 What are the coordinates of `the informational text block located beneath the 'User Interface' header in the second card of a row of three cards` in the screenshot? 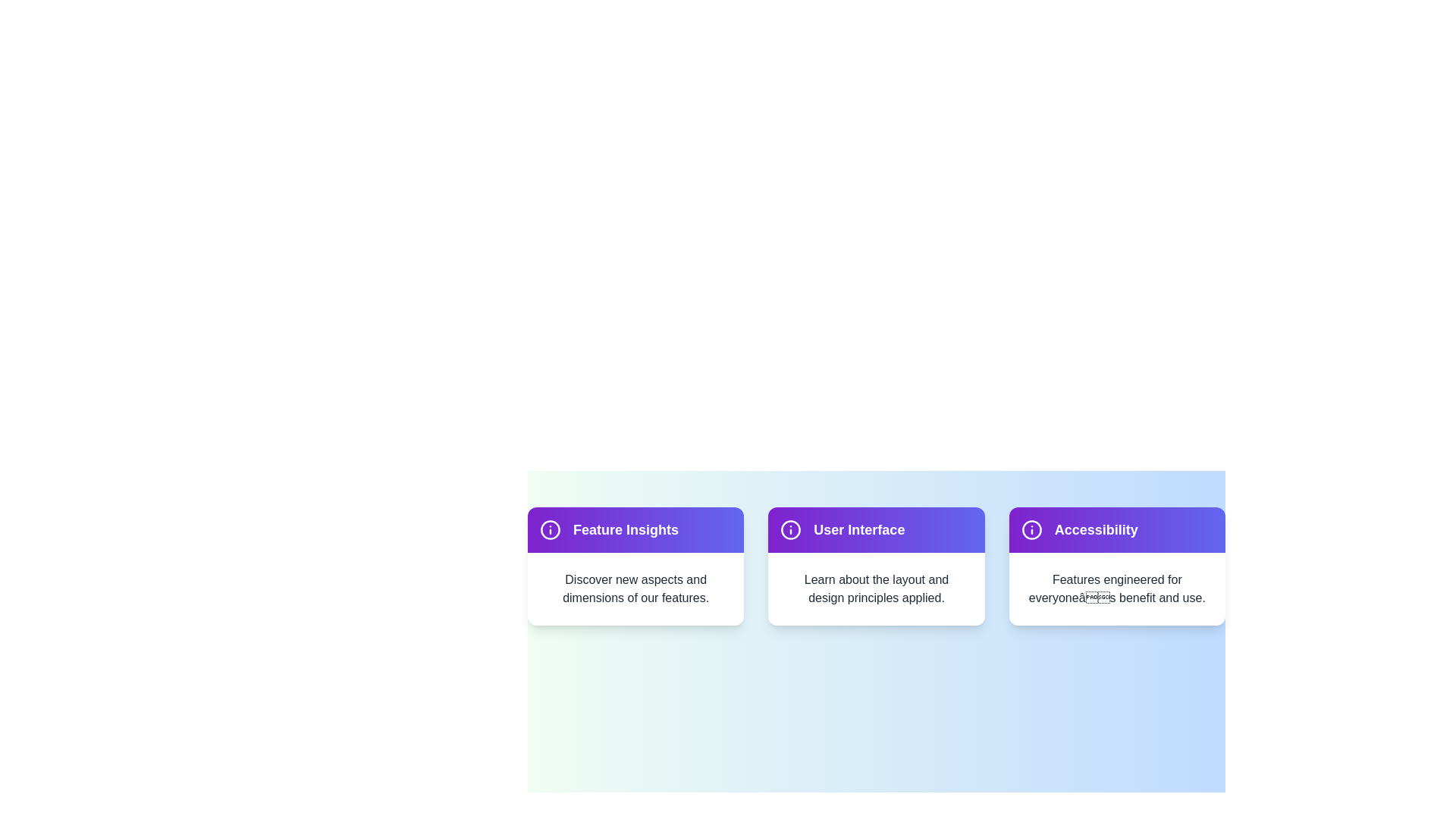 It's located at (877, 588).